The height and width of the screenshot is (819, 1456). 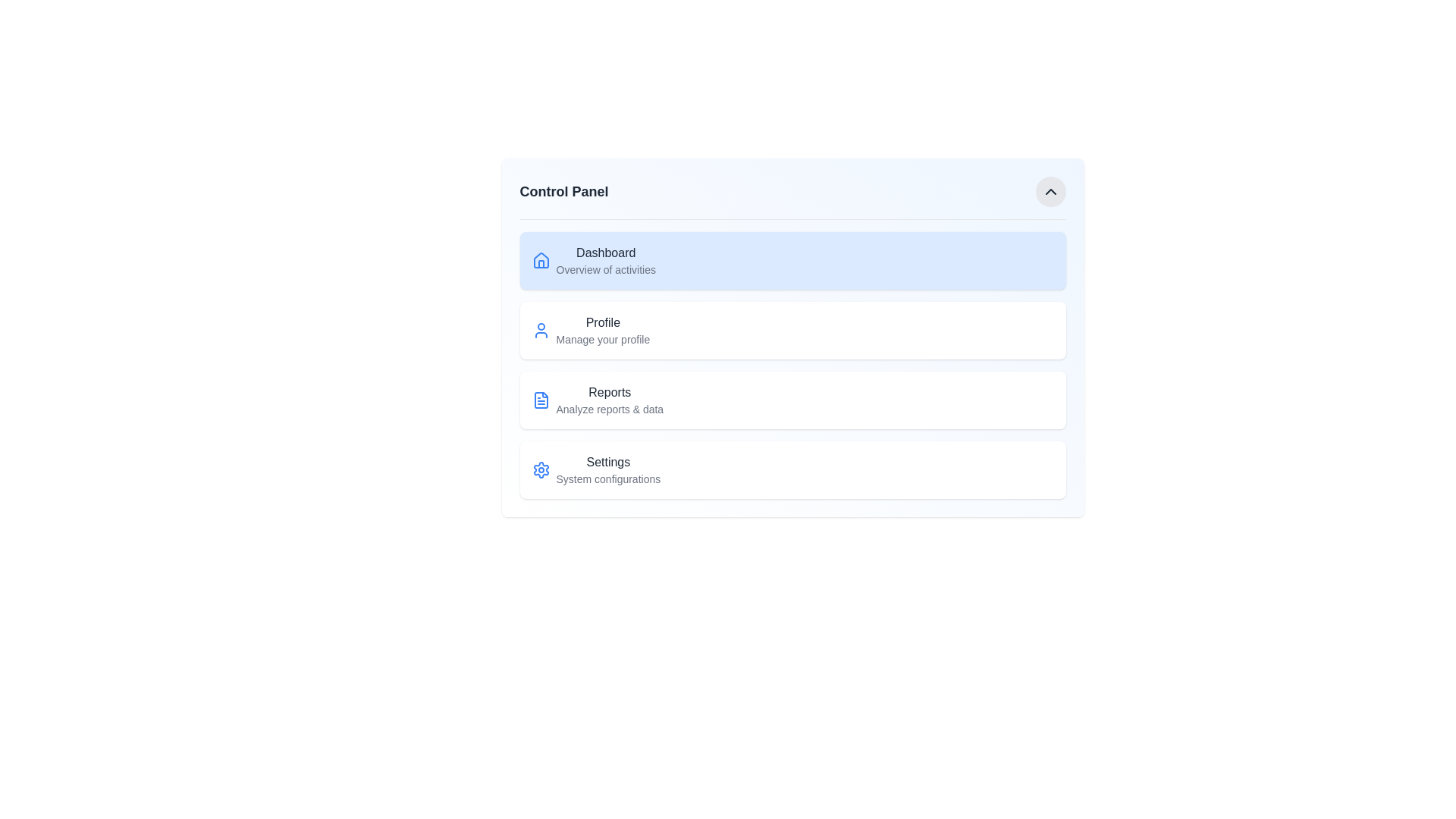 What do you see at coordinates (608, 461) in the screenshot?
I see `the 'Settings' text label, which is the fourth item in a vertical list of menu options` at bounding box center [608, 461].